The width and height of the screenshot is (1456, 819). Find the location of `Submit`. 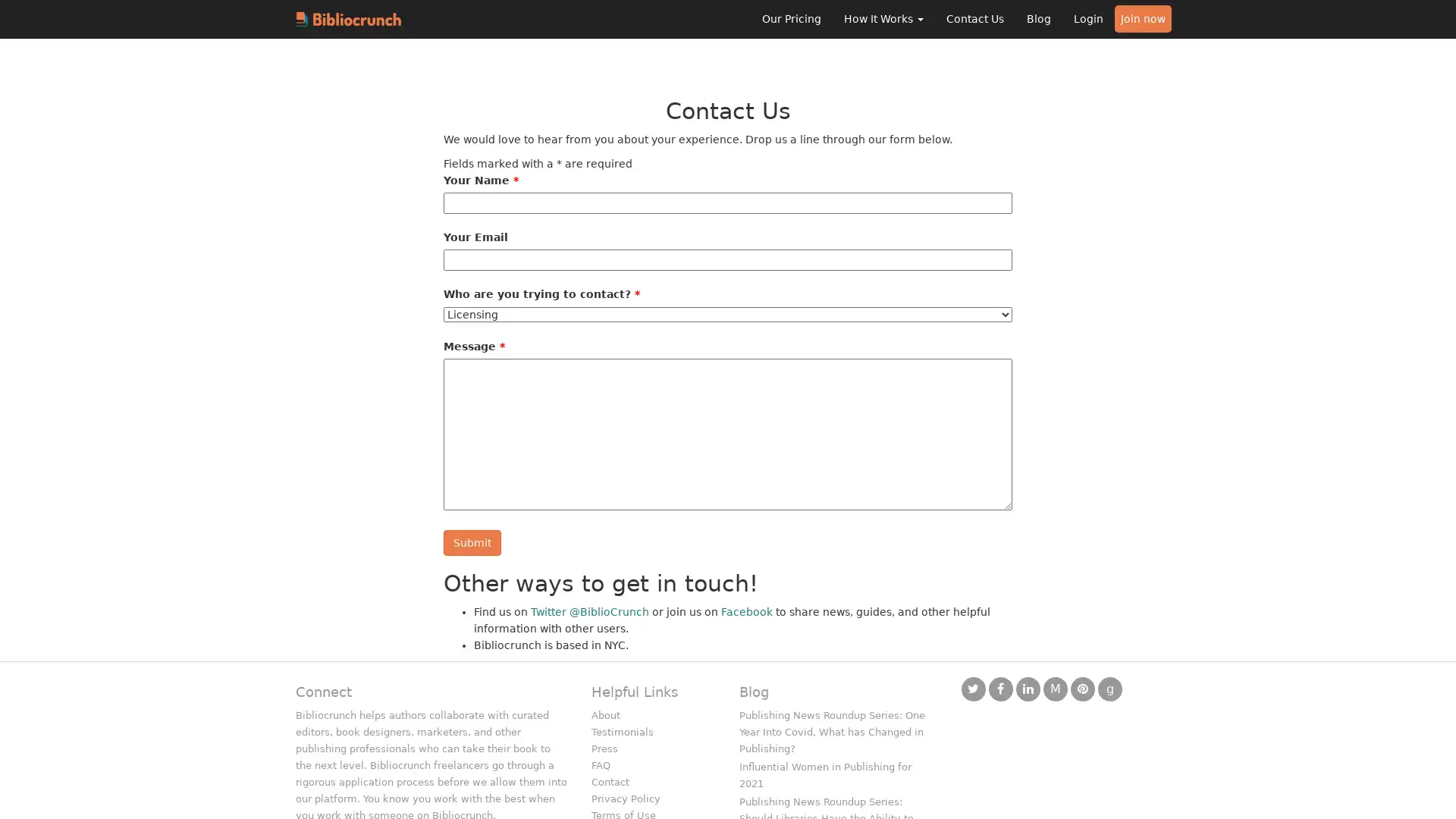

Submit is located at coordinates (472, 542).